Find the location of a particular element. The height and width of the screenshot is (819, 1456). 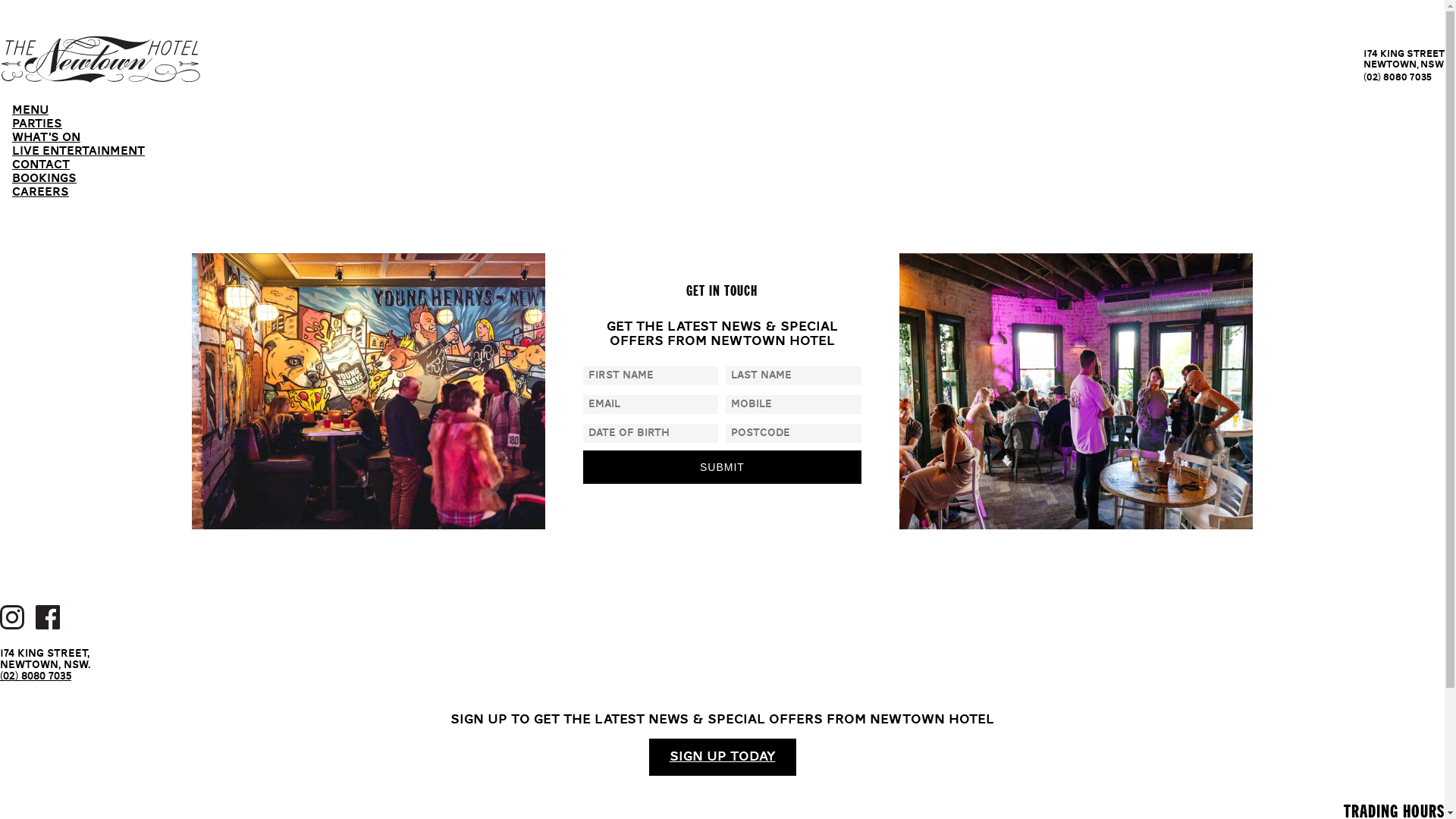

'CONTACT' is located at coordinates (7, 166).